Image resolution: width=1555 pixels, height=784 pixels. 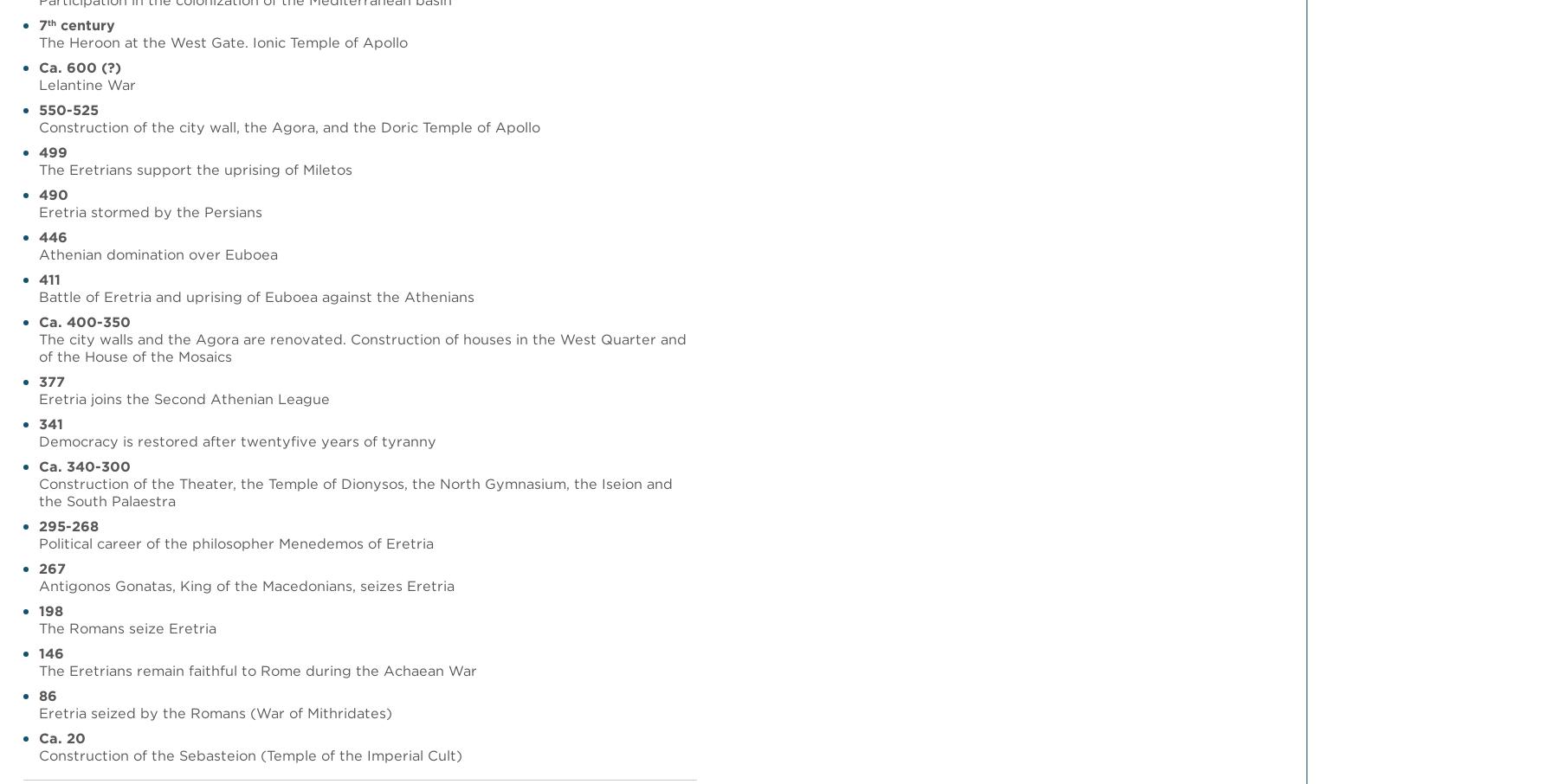 What do you see at coordinates (52, 235) in the screenshot?
I see `'446'` at bounding box center [52, 235].